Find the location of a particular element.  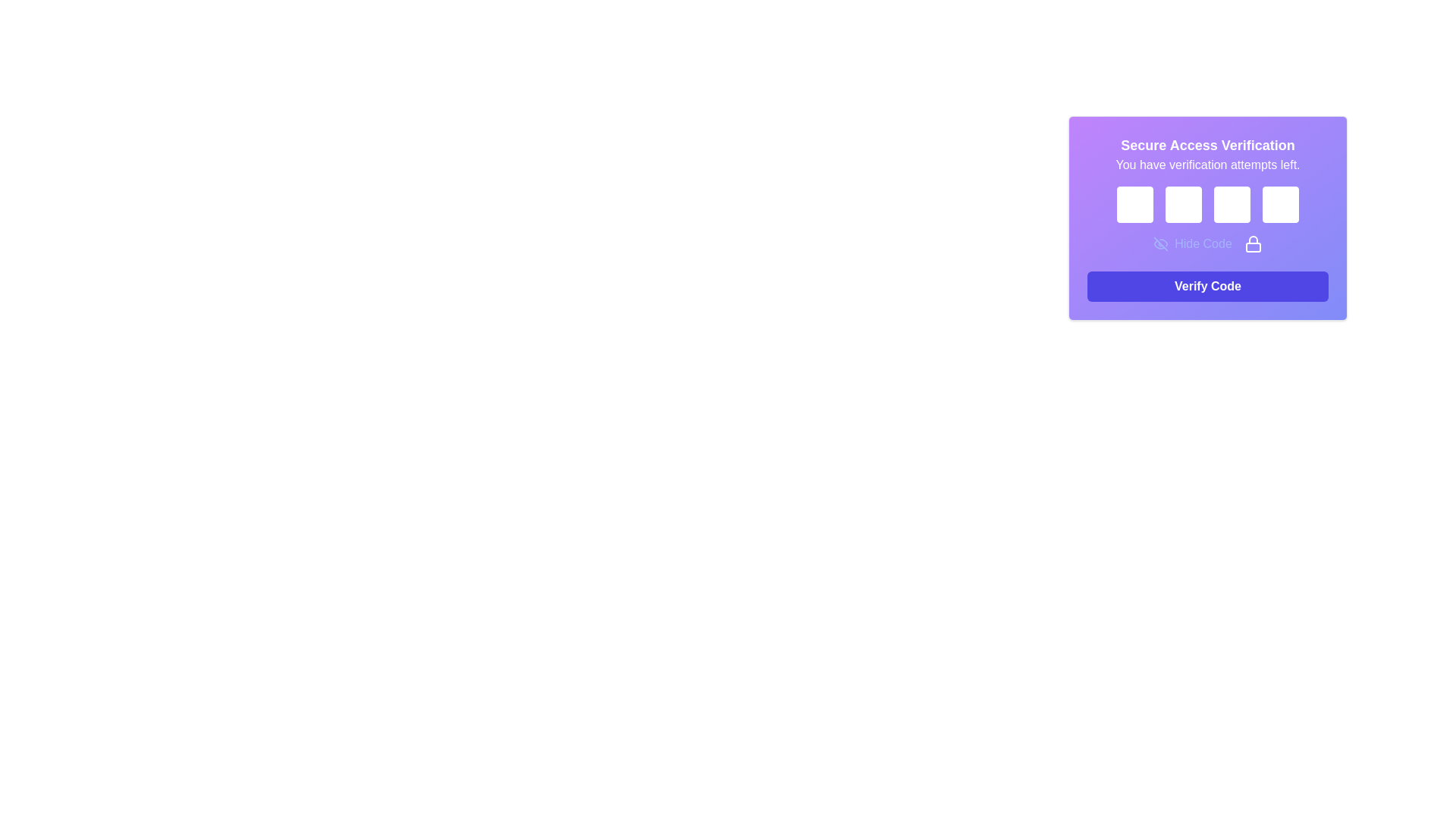

the icon located directly to the left of the 'Hide Code' text, which toggles the visibility of sensitive information is located at coordinates (1160, 243).